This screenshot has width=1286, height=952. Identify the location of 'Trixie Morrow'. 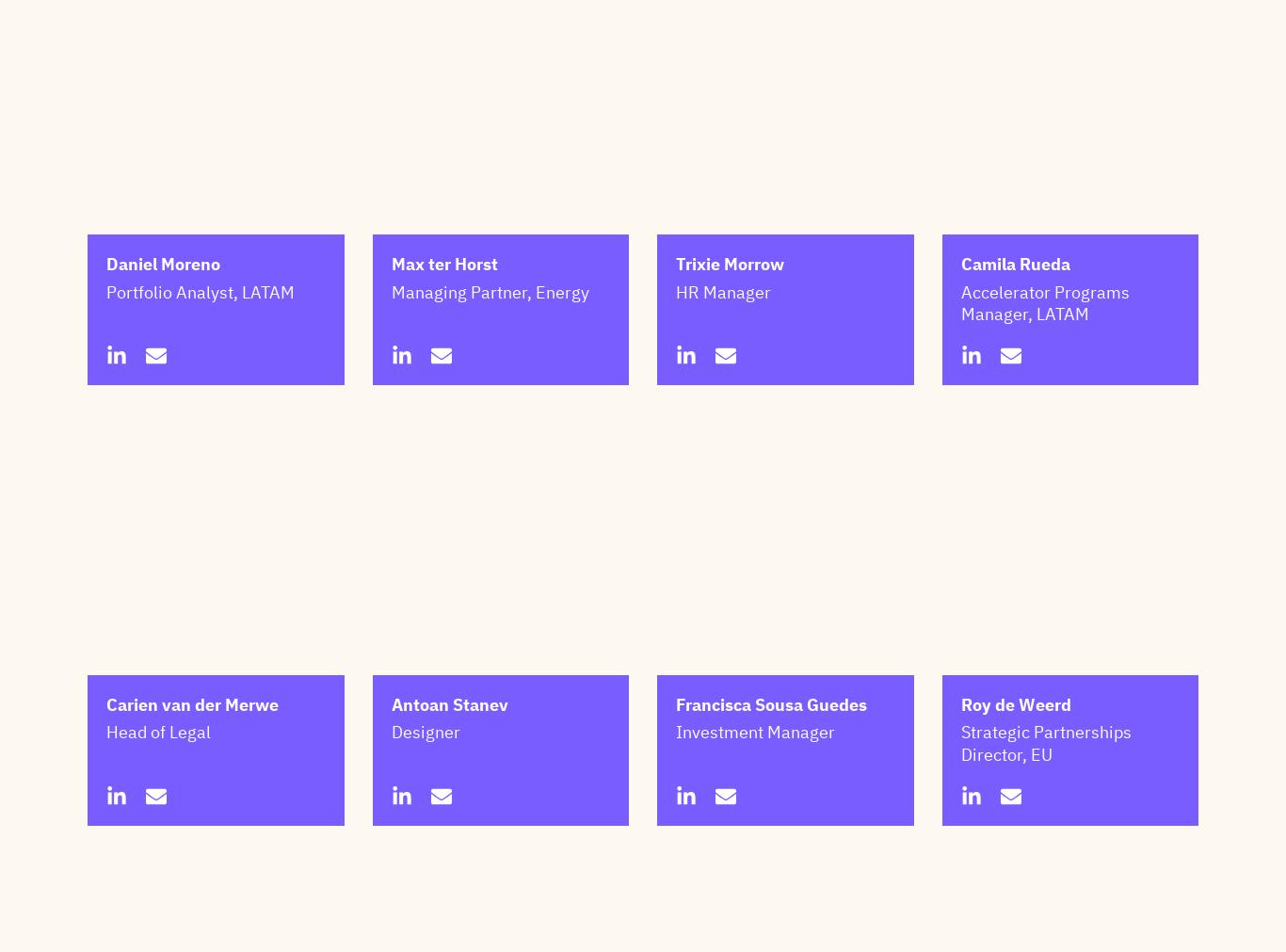
(730, 357).